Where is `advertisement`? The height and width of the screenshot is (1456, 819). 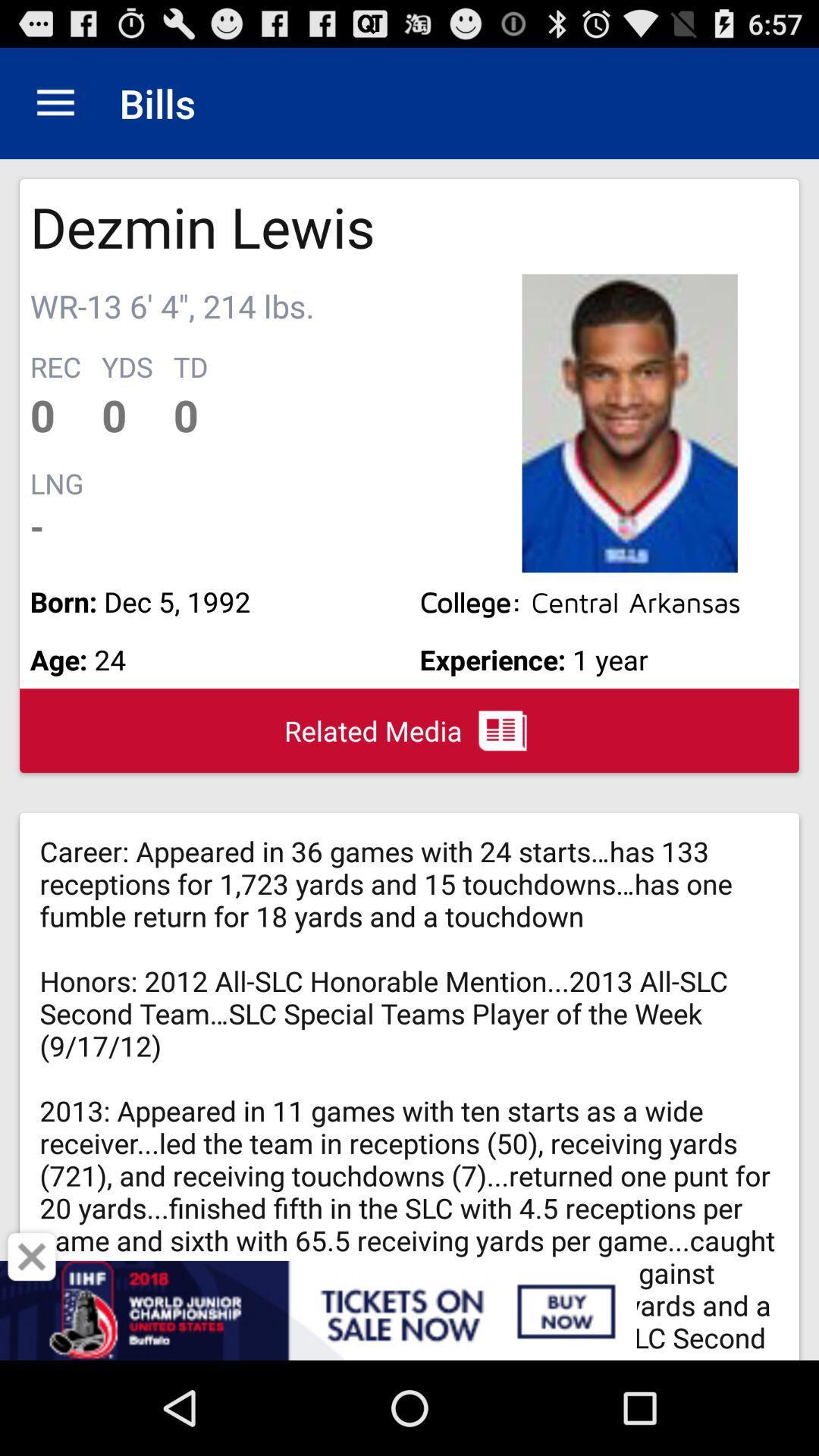 advertisement is located at coordinates (409, 1310).